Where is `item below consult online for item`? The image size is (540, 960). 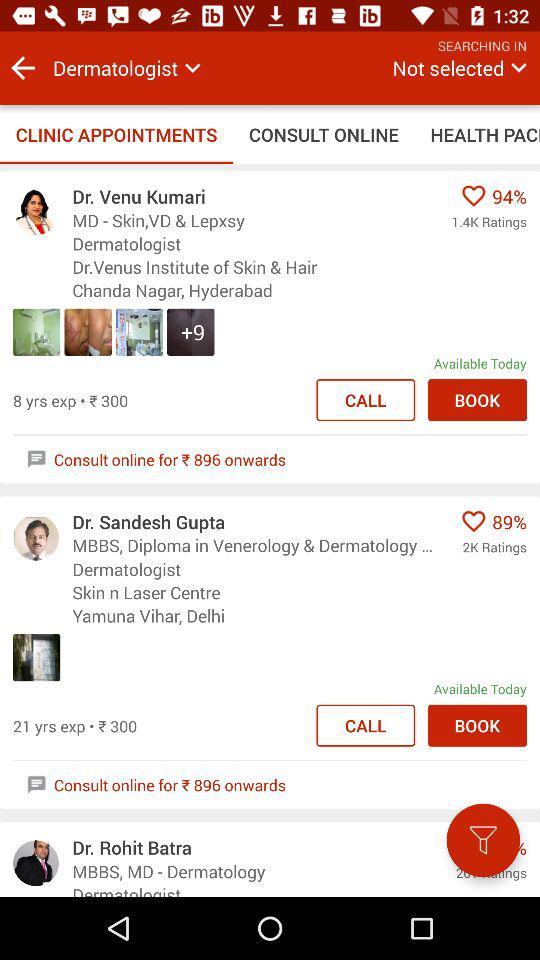 item below consult online for item is located at coordinates (482, 840).